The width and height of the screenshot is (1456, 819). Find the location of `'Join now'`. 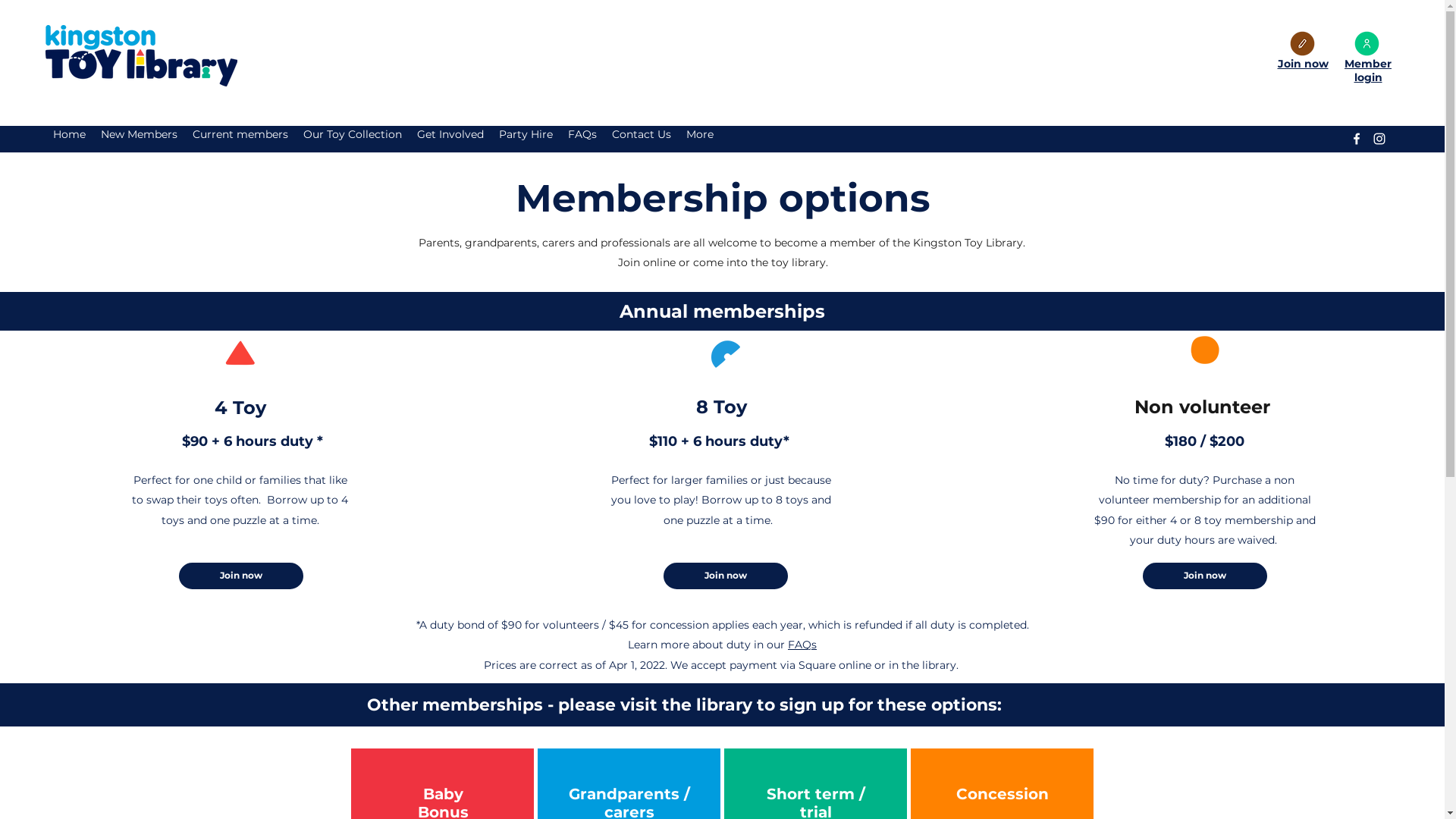

'Join now' is located at coordinates (1301, 63).